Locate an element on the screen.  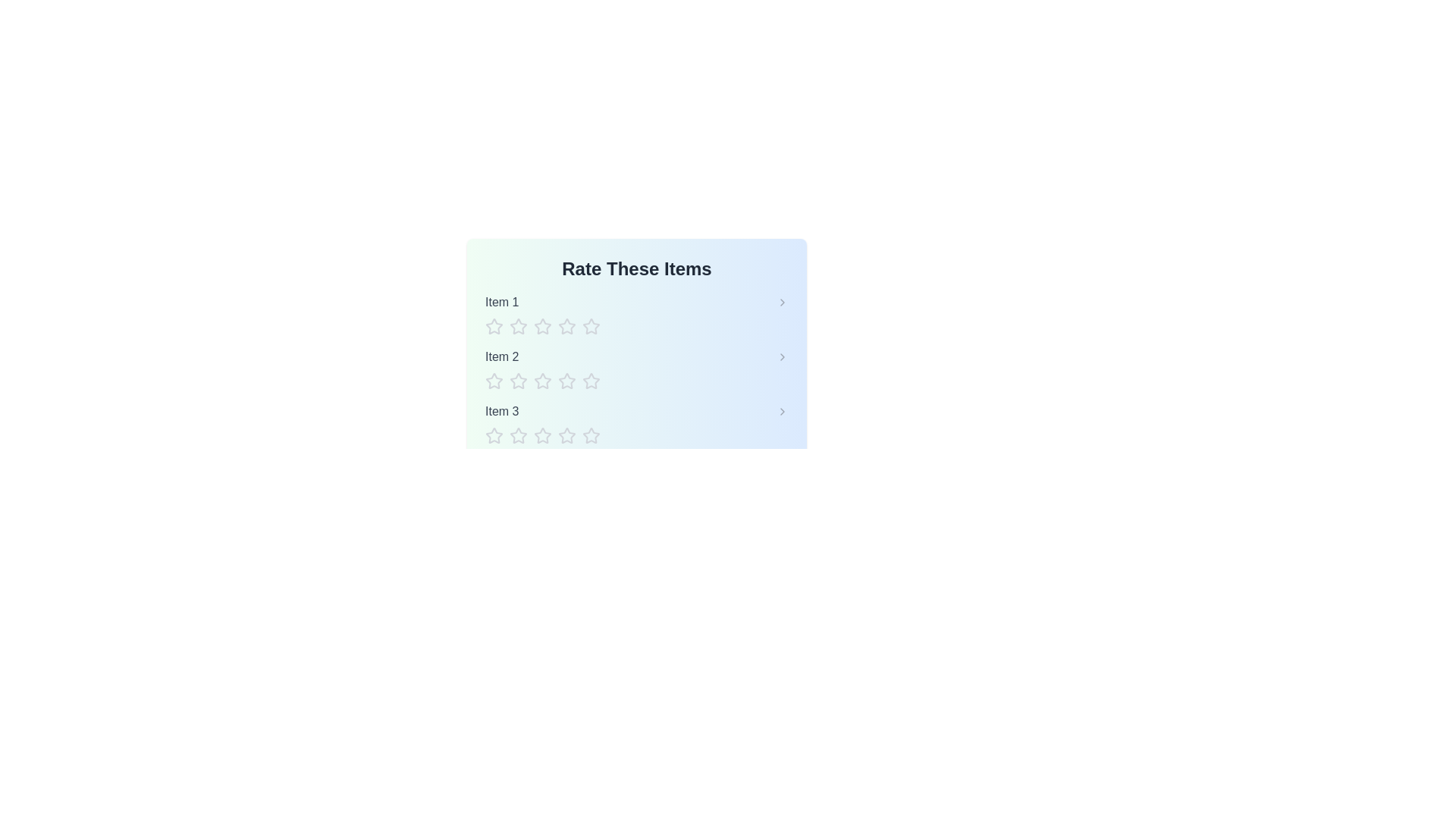
the star corresponding to the rating 3 for item Item 1 is located at coordinates (542, 326).